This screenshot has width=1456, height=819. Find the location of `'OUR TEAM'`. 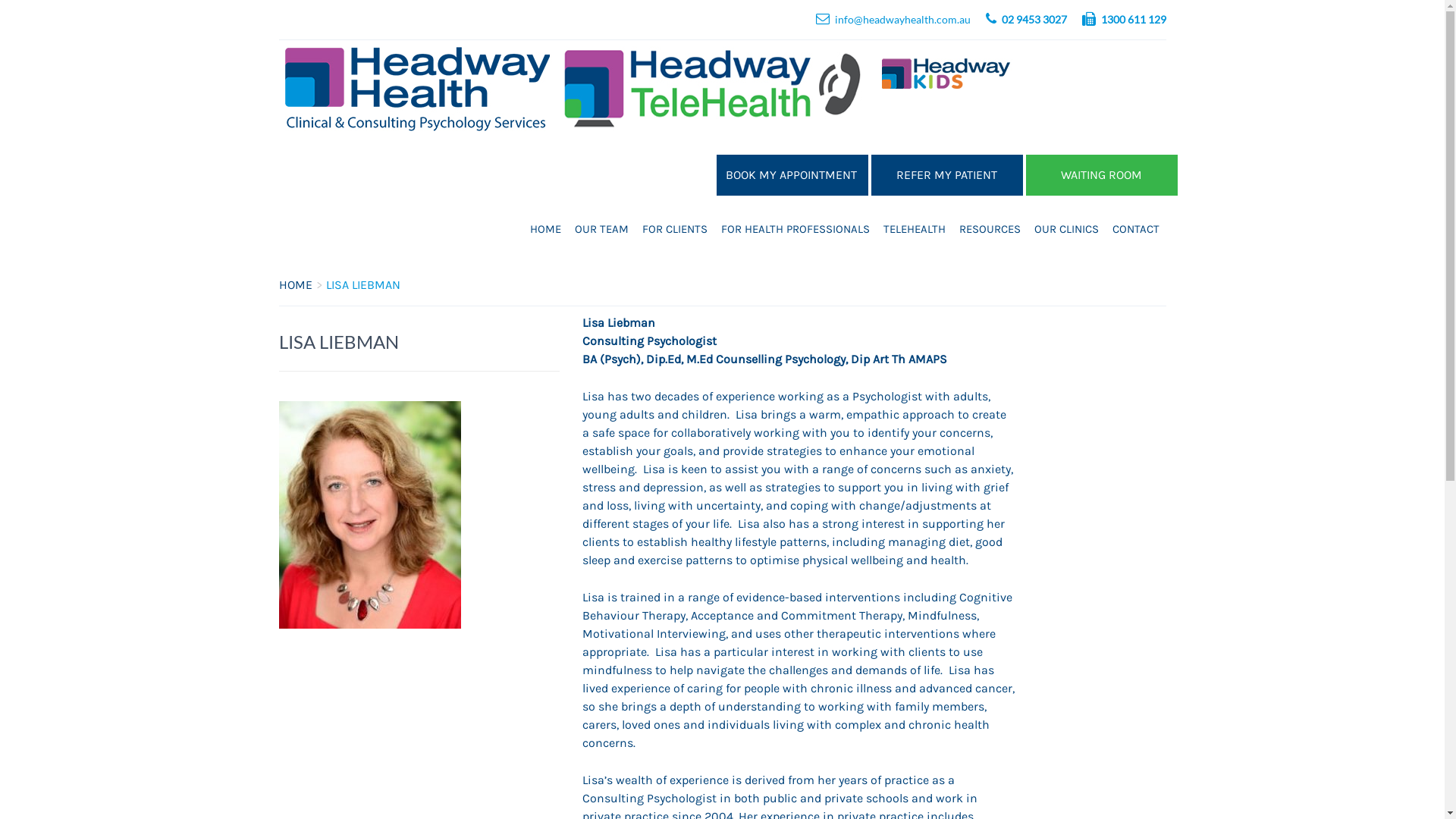

'OUR TEAM' is located at coordinates (600, 228).